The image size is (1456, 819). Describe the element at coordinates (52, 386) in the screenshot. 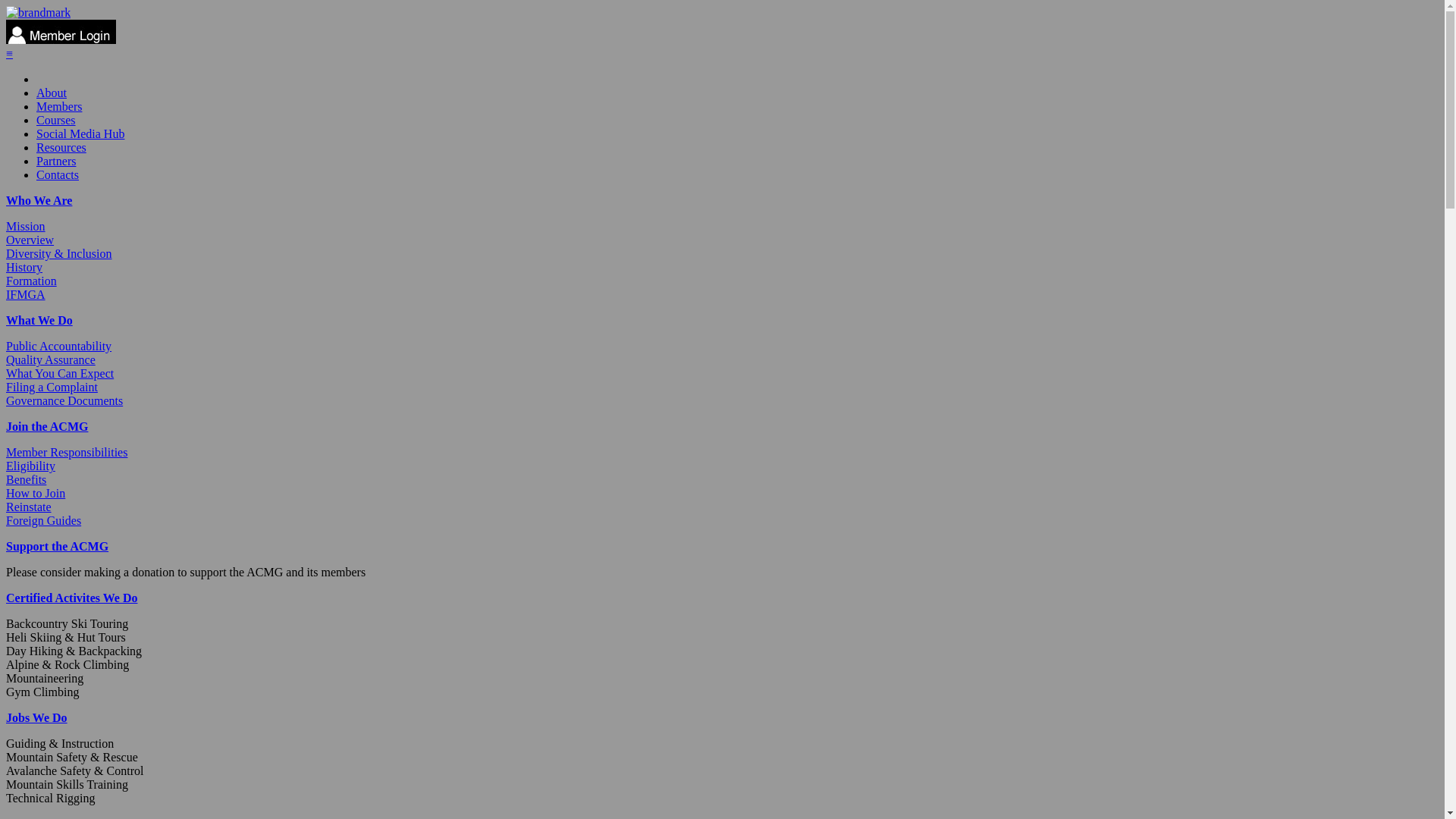

I see `'Filing a Complaint'` at that location.